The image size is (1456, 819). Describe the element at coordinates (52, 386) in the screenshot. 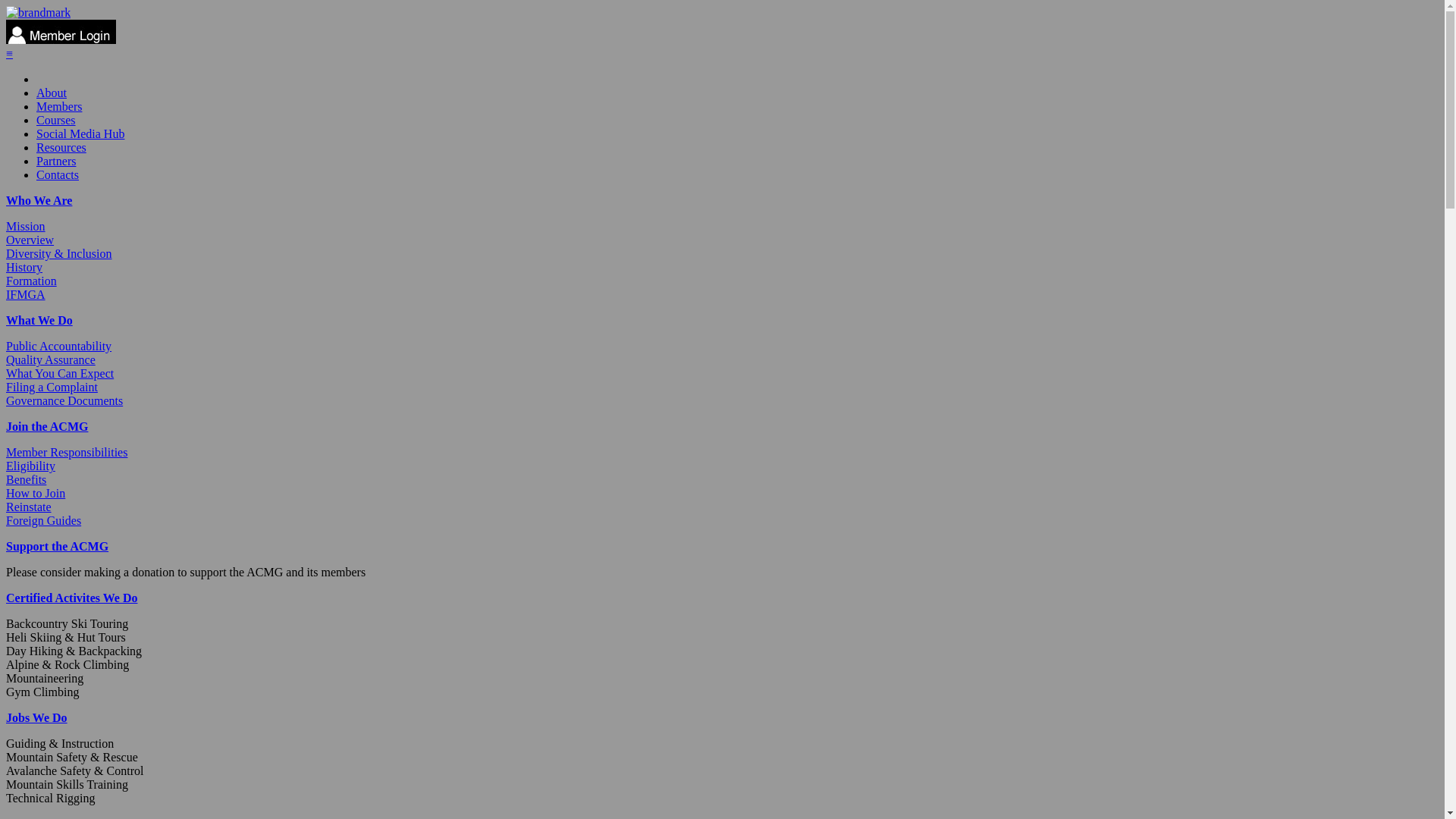

I see `'Filing a Complaint'` at that location.